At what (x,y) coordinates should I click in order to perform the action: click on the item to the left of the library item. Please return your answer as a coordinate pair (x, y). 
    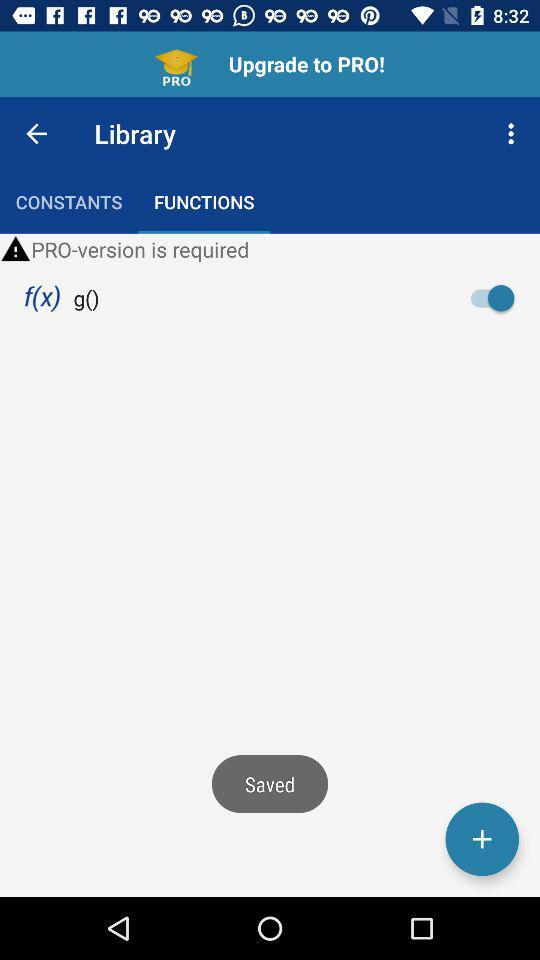
    Looking at the image, I should click on (36, 132).